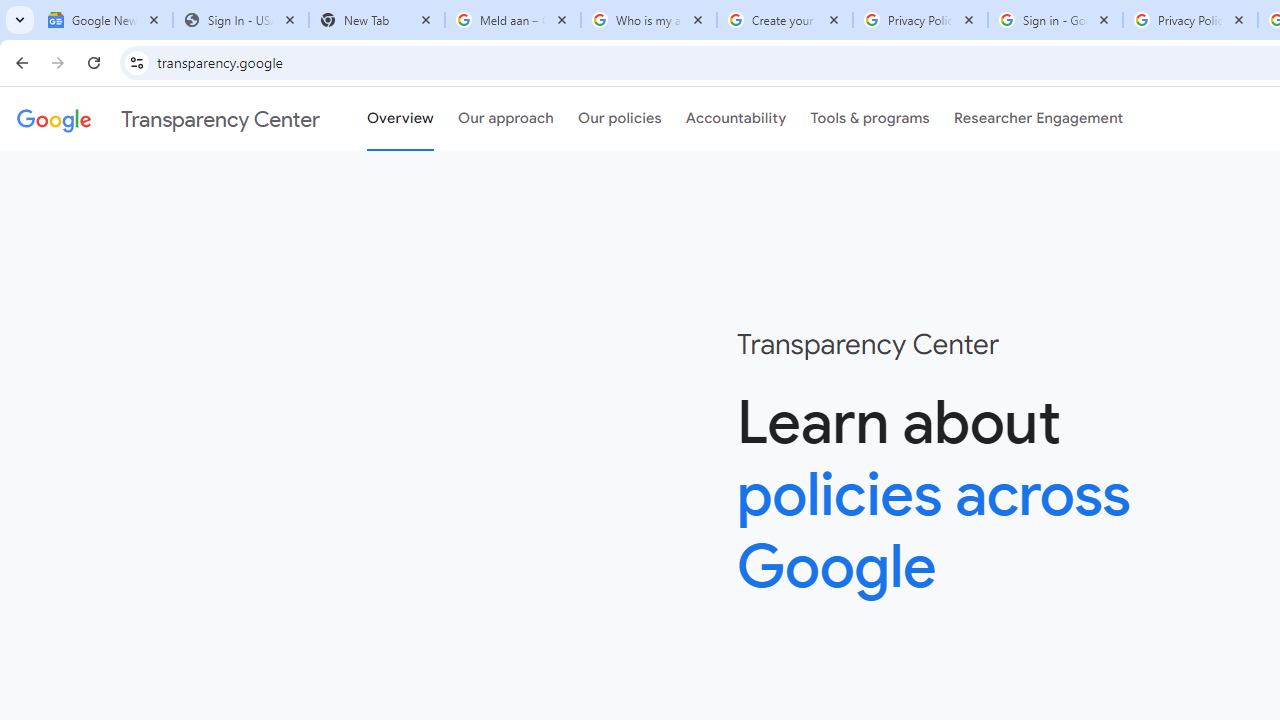  Describe the element at coordinates (648, 20) in the screenshot. I see `'Who is my administrator? - Google Account Help'` at that location.